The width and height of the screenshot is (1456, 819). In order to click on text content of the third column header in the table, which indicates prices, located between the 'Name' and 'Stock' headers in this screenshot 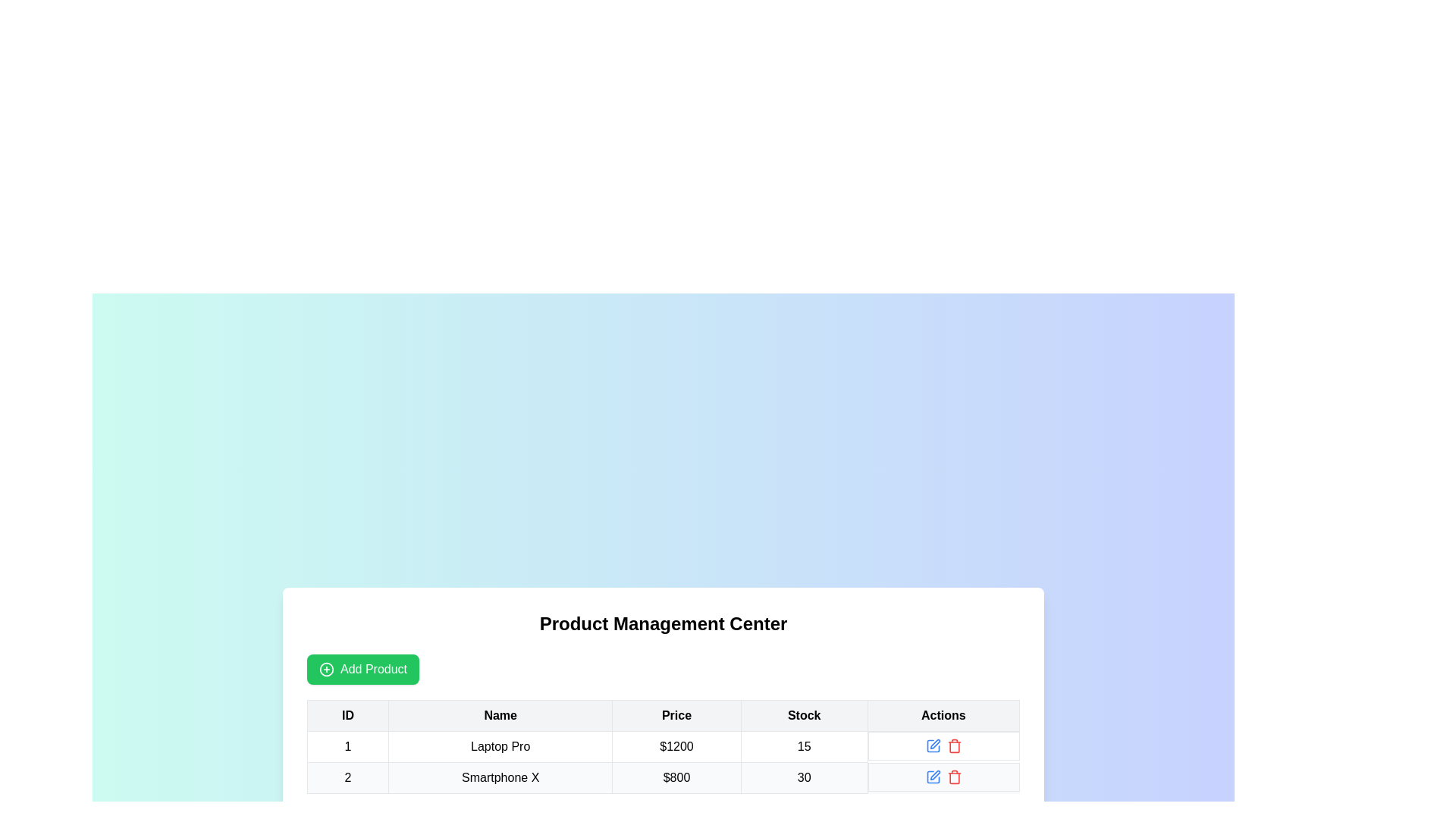, I will do `click(676, 716)`.